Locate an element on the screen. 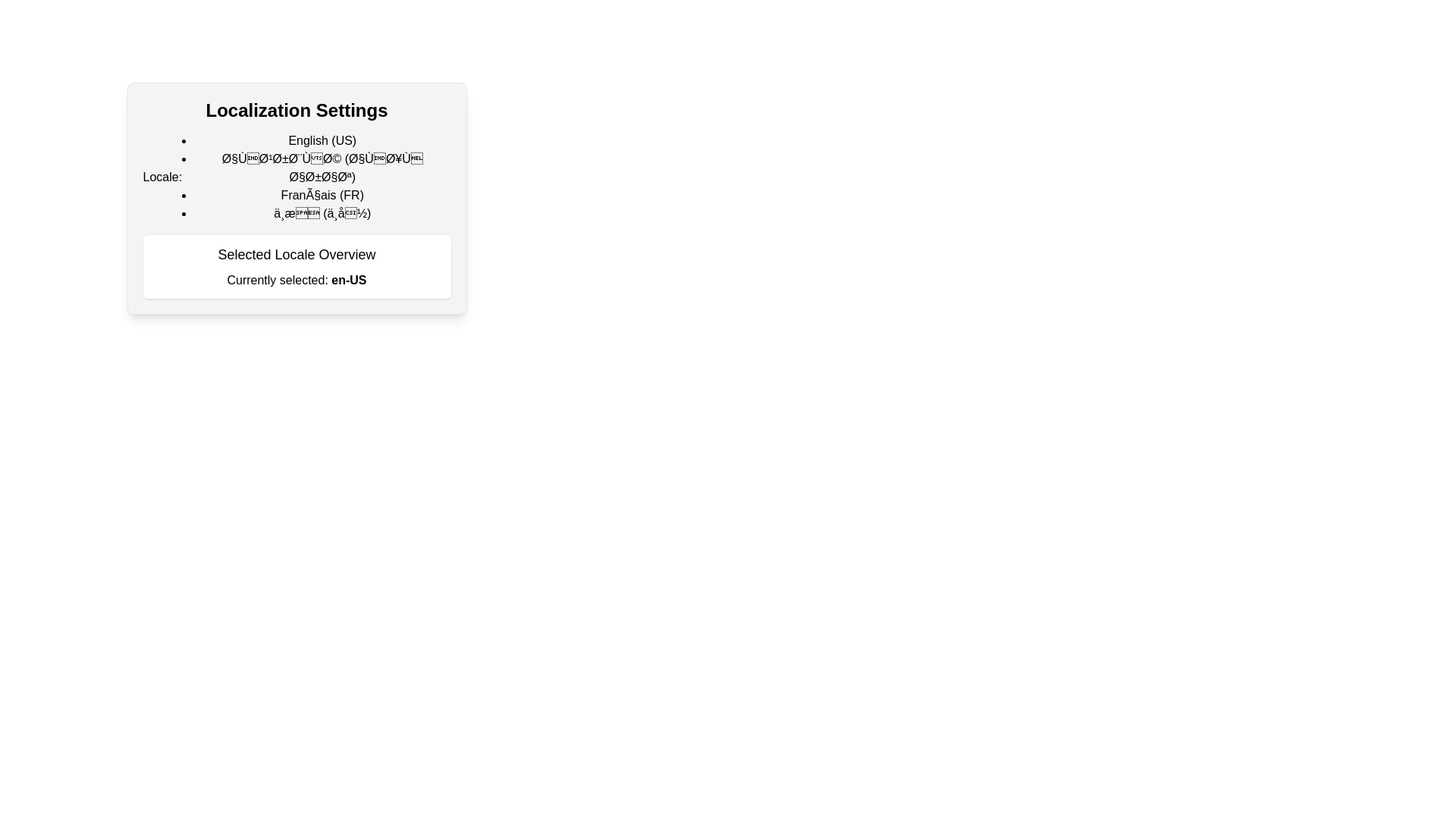 The width and height of the screenshot is (1456, 819). the language option in the 'Localization Settings' section, specifically within the 'Locale:' subsection, which displays selectable language options like 'English (US)' and 'Français (FR)' is located at coordinates (322, 177).